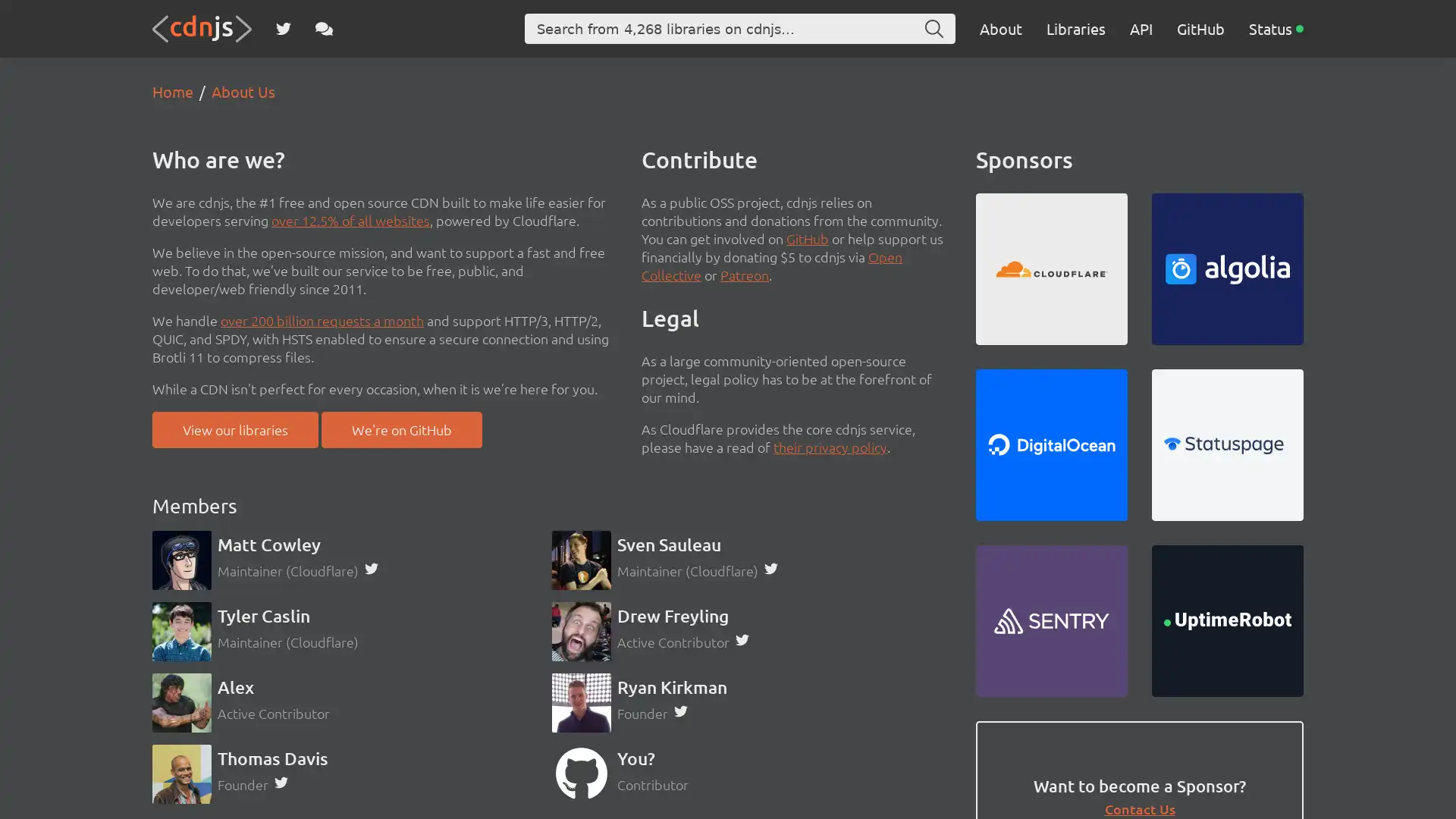 The image size is (1456, 819). What do you see at coordinates (934, 29) in the screenshot?
I see `Search` at bounding box center [934, 29].